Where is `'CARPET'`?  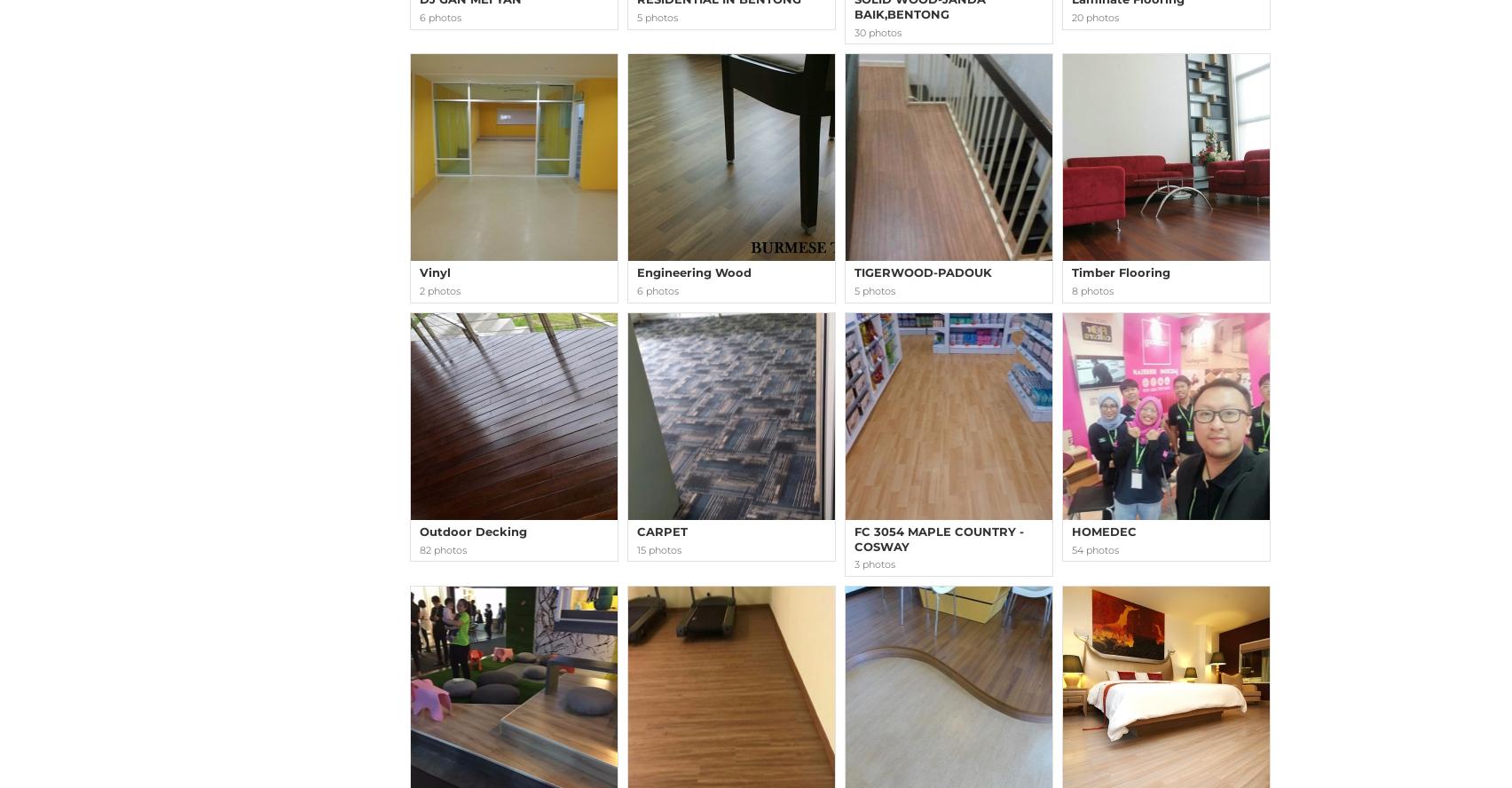
'CARPET' is located at coordinates (661, 530).